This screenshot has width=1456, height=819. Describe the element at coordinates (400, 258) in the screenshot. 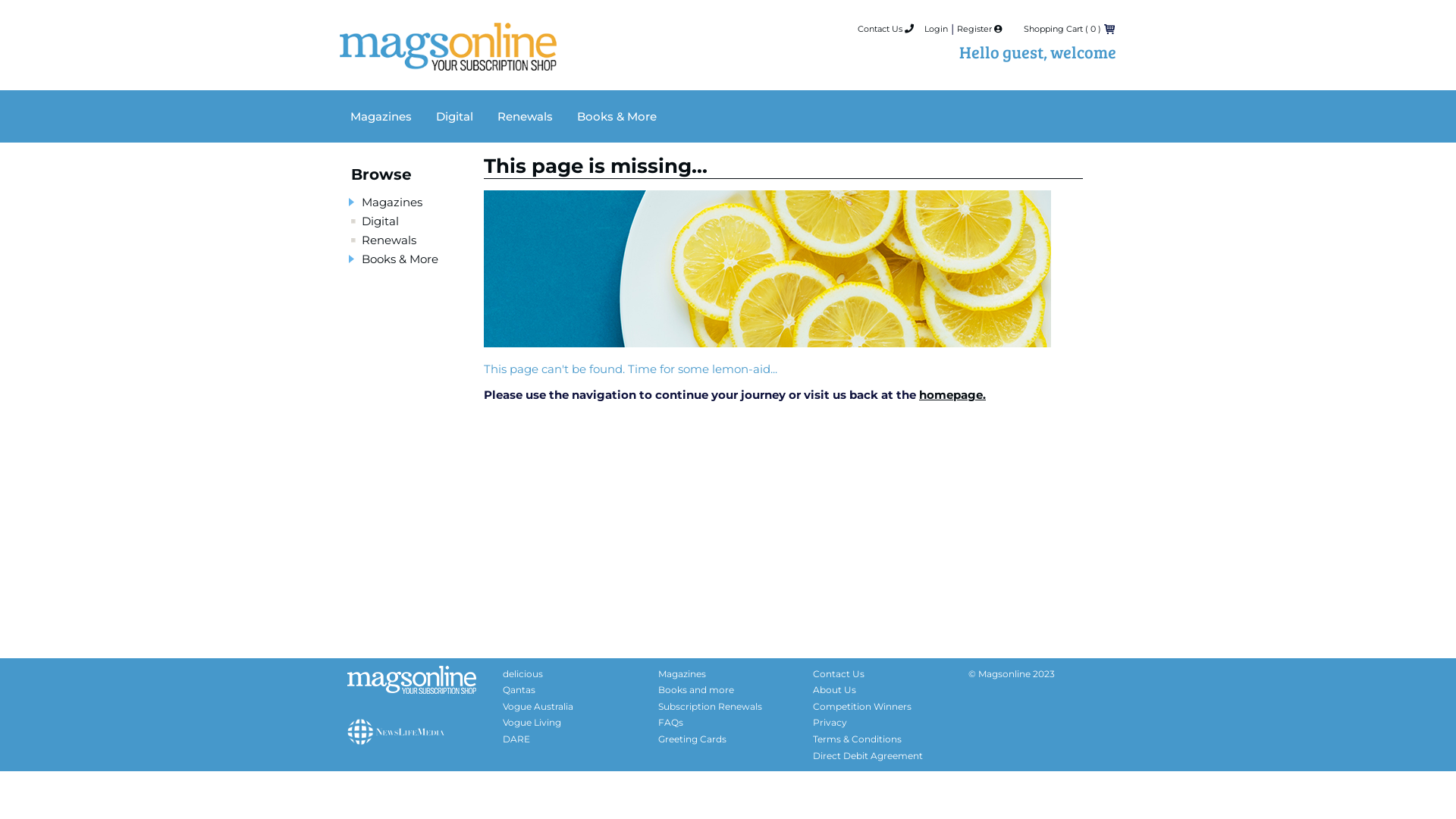

I see `'Books & More'` at that location.